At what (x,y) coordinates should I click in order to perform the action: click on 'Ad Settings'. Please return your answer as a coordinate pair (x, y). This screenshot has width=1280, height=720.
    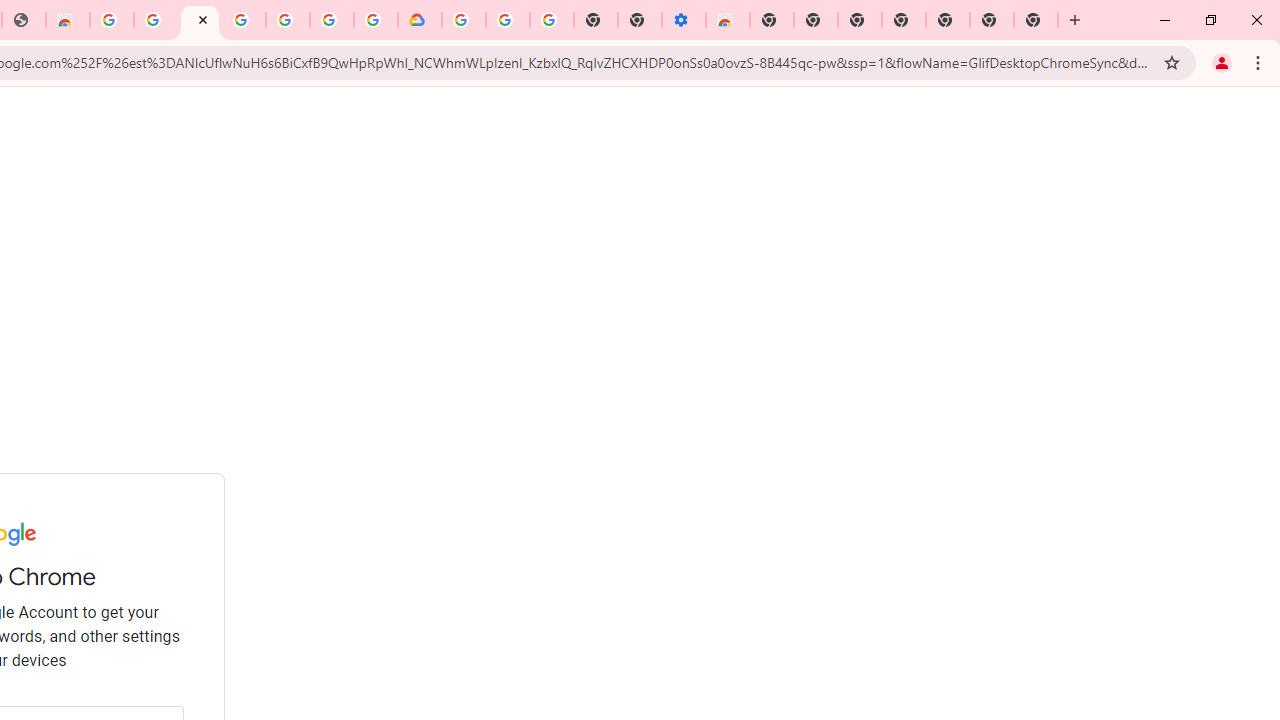
    Looking at the image, I should click on (155, 20).